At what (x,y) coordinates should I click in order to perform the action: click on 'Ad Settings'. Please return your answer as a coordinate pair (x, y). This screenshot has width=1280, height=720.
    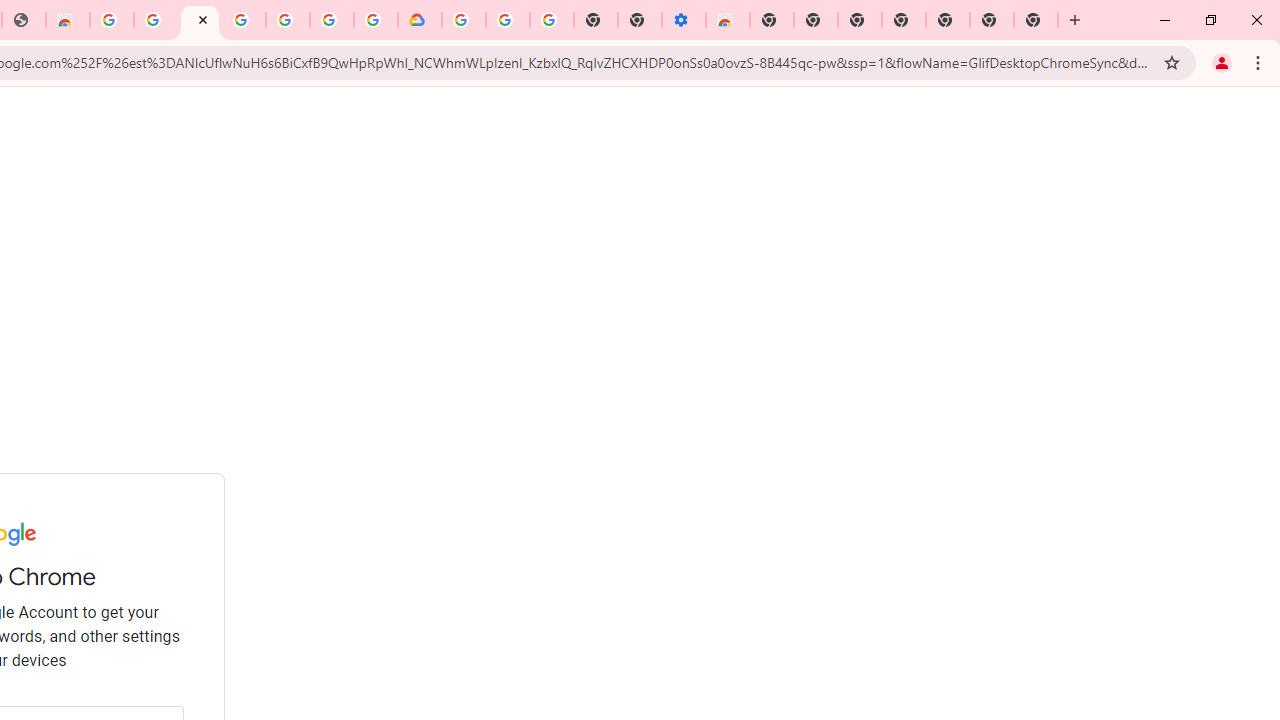
    Looking at the image, I should click on (155, 20).